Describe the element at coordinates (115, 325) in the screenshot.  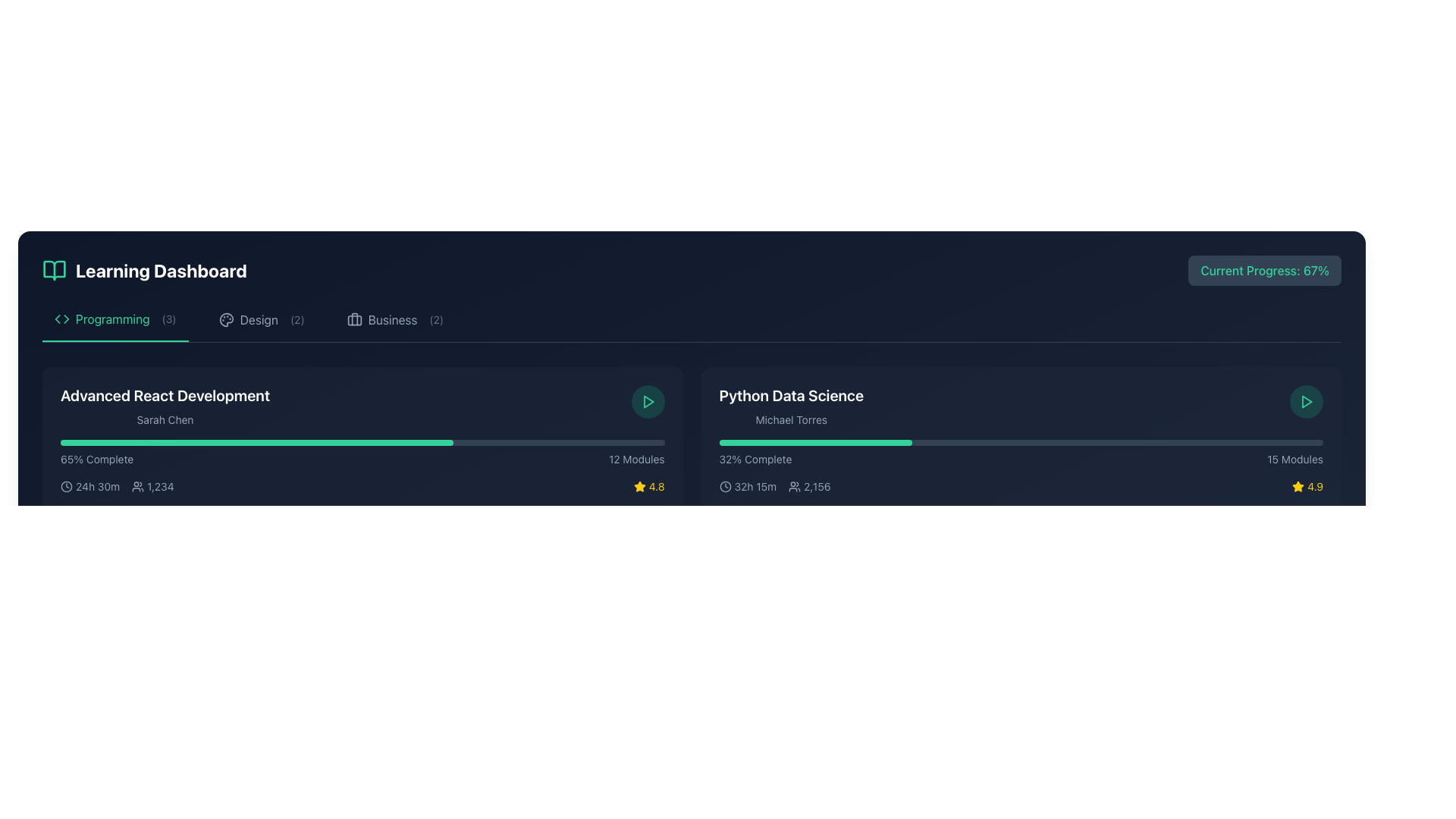
I see `the 'Programming' navigation tab located at the top of the interface` at that location.